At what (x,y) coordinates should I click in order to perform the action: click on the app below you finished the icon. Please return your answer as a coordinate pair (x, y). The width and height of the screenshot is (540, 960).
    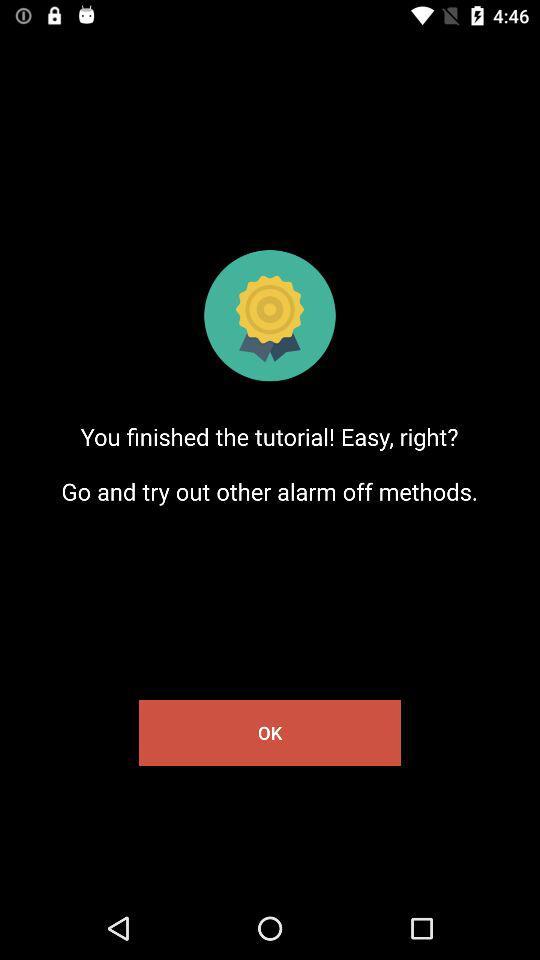
    Looking at the image, I should click on (270, 731).